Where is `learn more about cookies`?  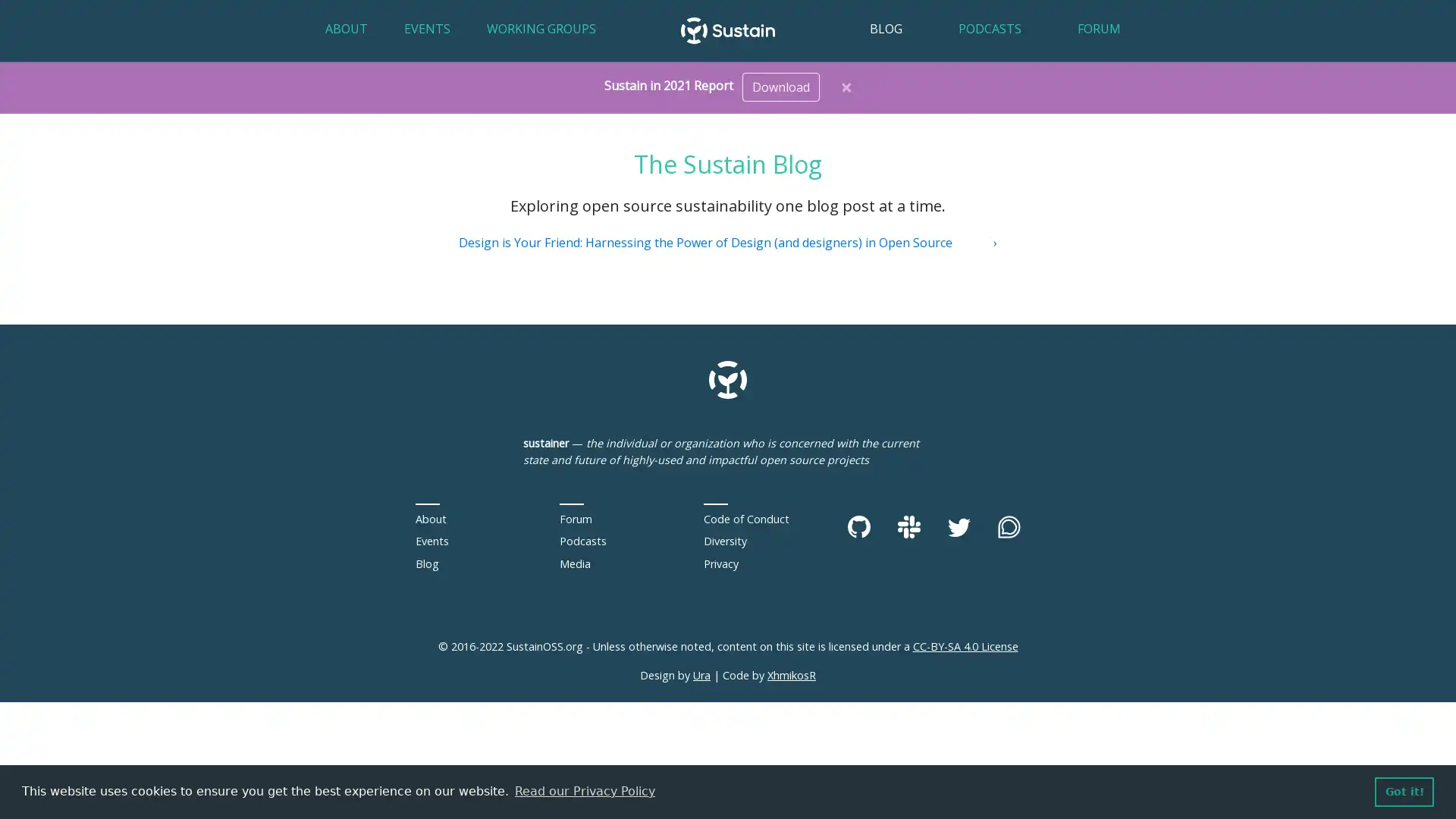
learn more about cookies is located at coordinates (584, 791).